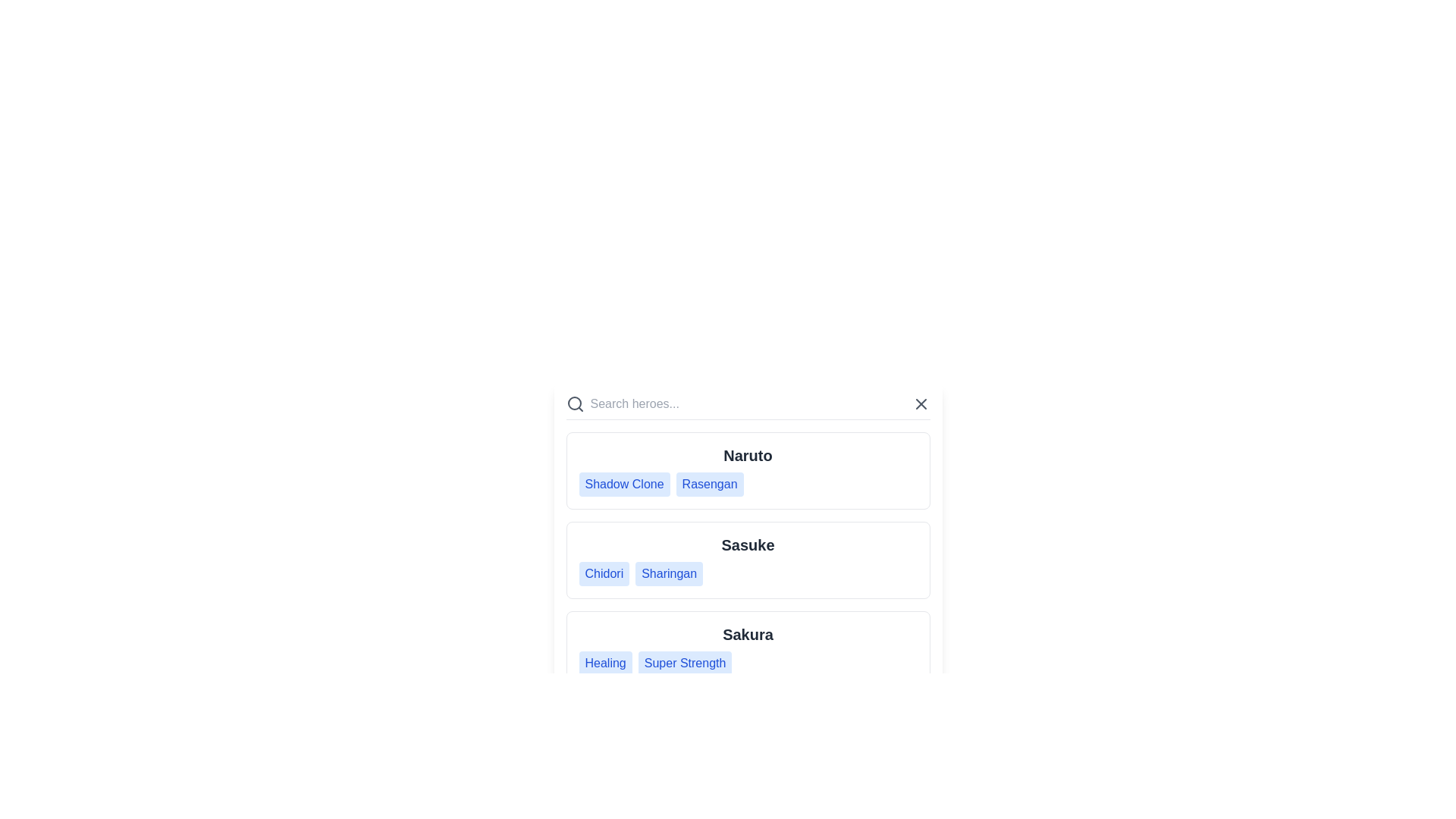 This screenshot has width=1456, height=819. What do you see at coordinates (573, 403) in the screenshot?
I see `the SVG circle graphic that resembles a magnifying glass lens, located to the left of the 'Search heroes...' text input` at bounding box center [573, 403].